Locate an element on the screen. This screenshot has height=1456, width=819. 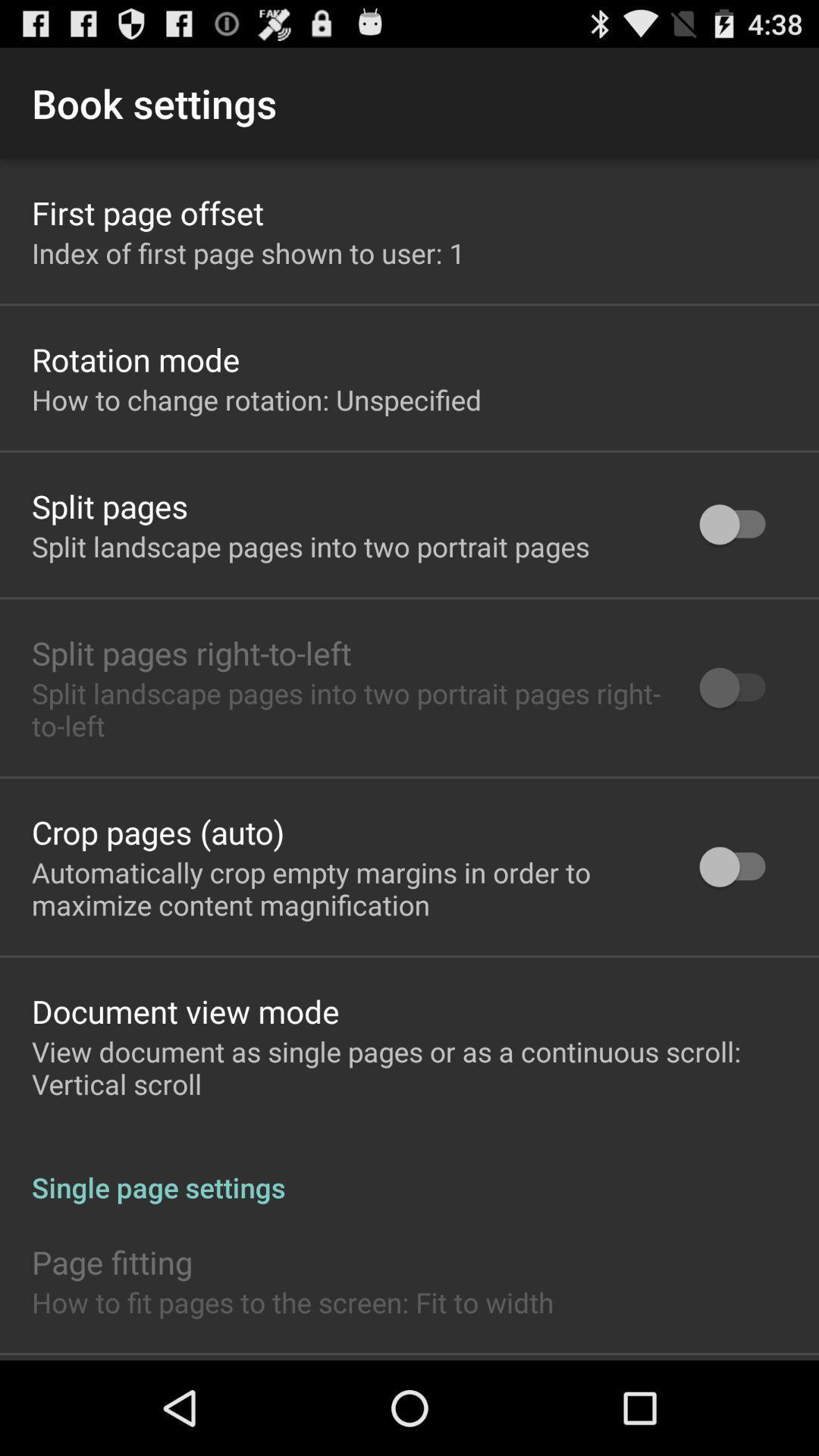
app above the automatically crop empty icon is located at coordinates (158, 831).